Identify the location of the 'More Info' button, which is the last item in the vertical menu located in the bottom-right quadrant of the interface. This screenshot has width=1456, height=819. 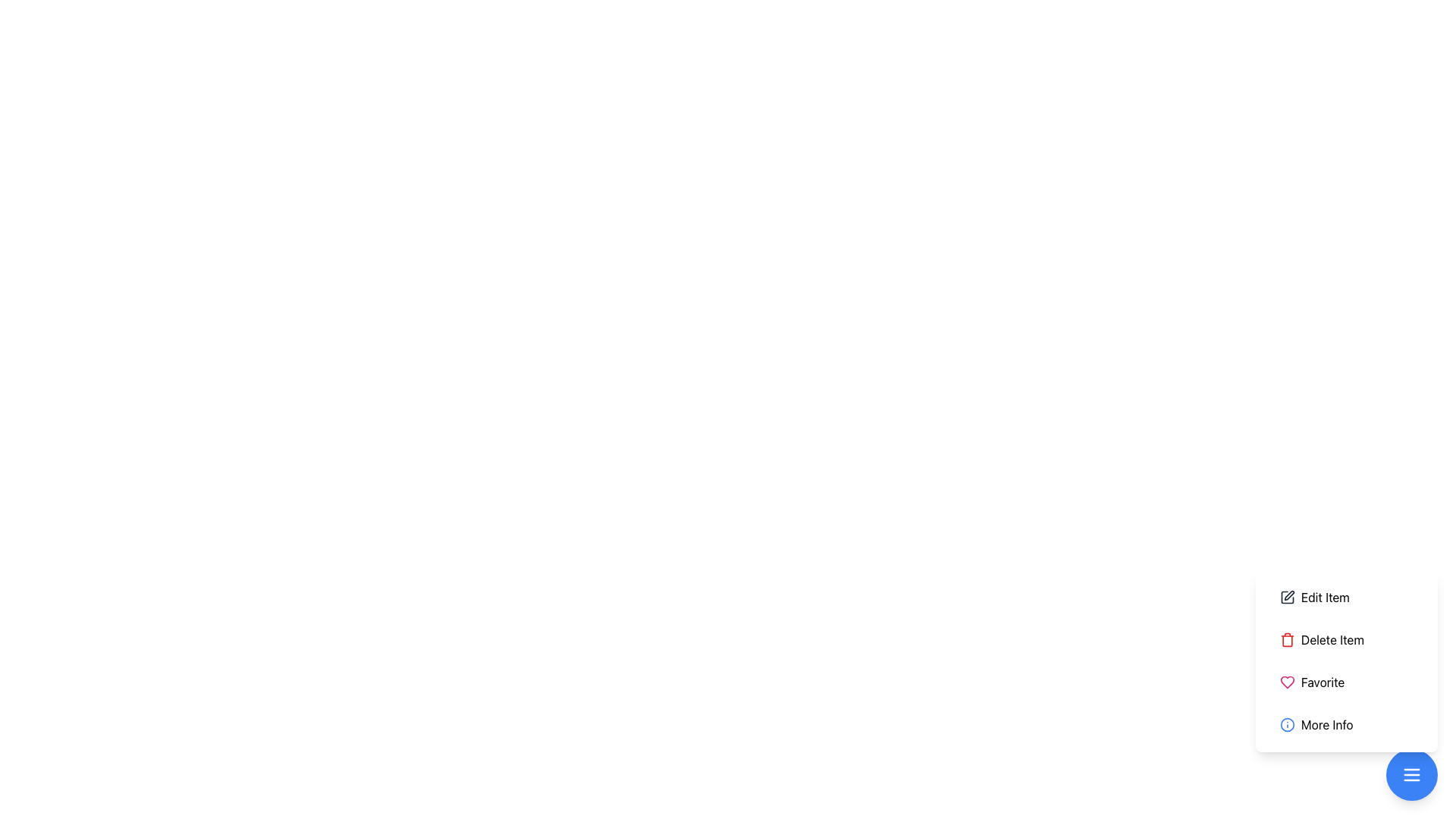
(1347, 724).